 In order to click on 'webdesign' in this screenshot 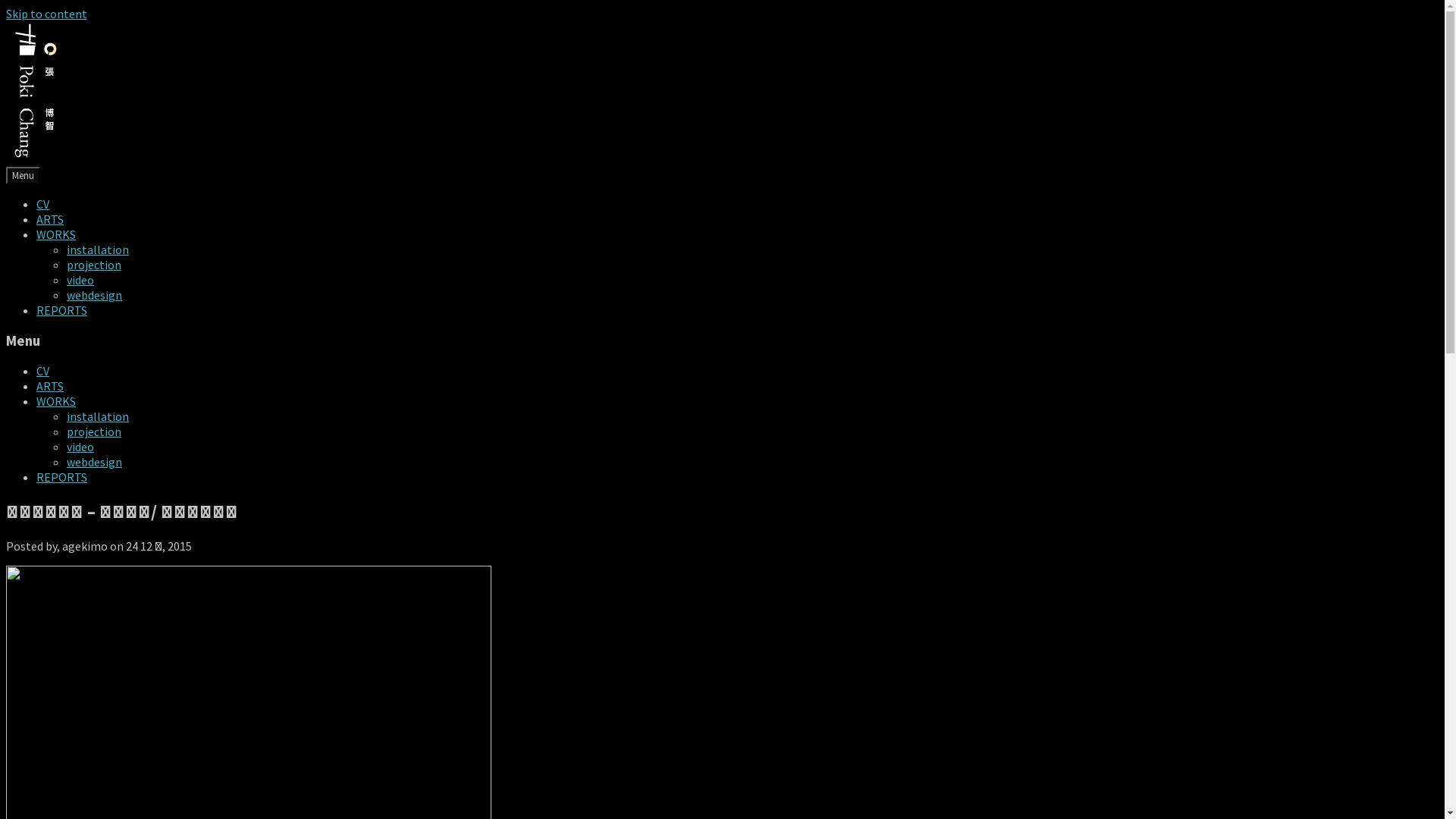, I will do `click(93, 295)`.